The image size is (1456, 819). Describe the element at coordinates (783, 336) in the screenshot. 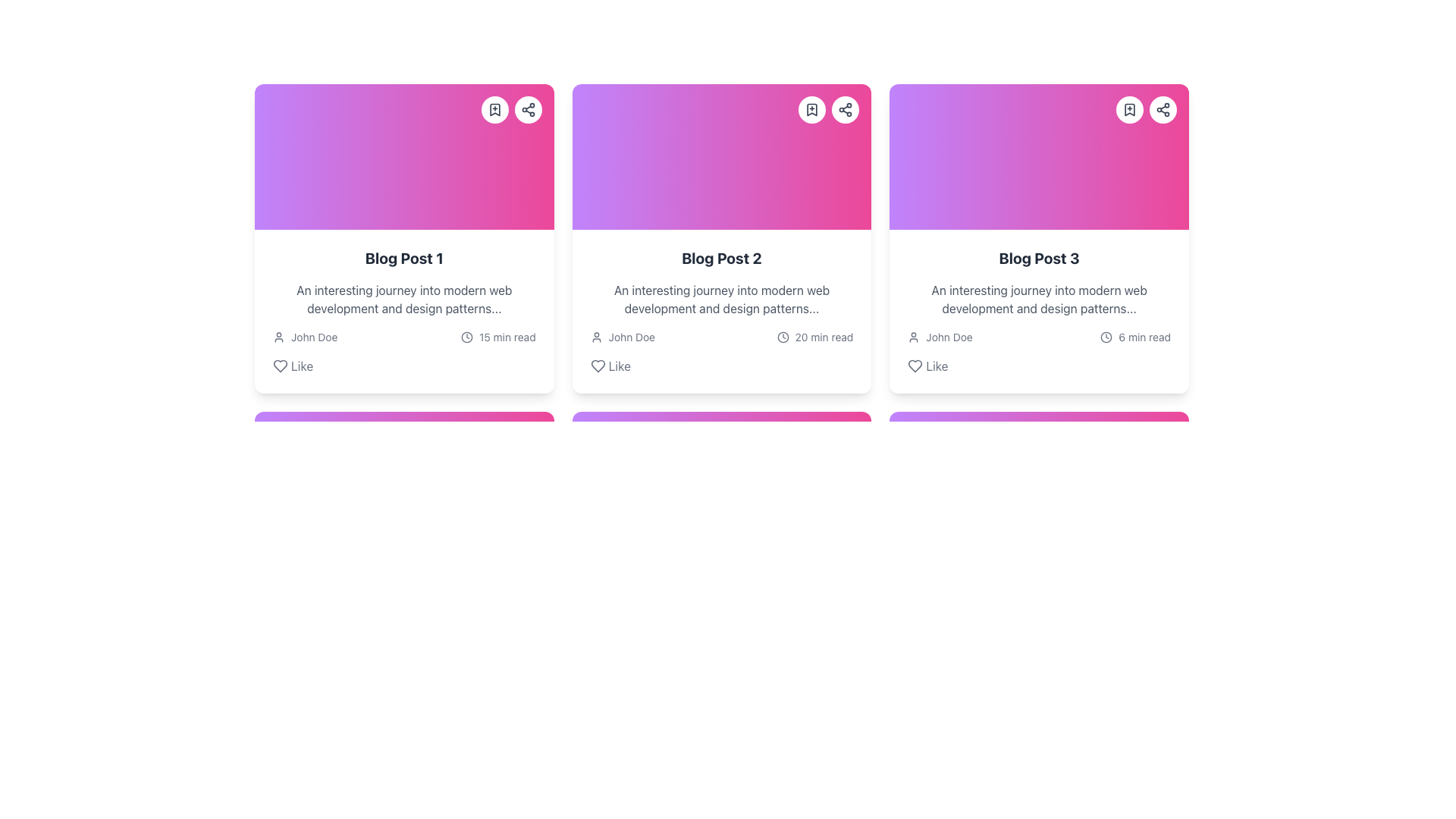

I see `the small, circular clock icon located to the left of the text '20 min read' in the footer of the card labeled 'Blog Post 2'` at that location.